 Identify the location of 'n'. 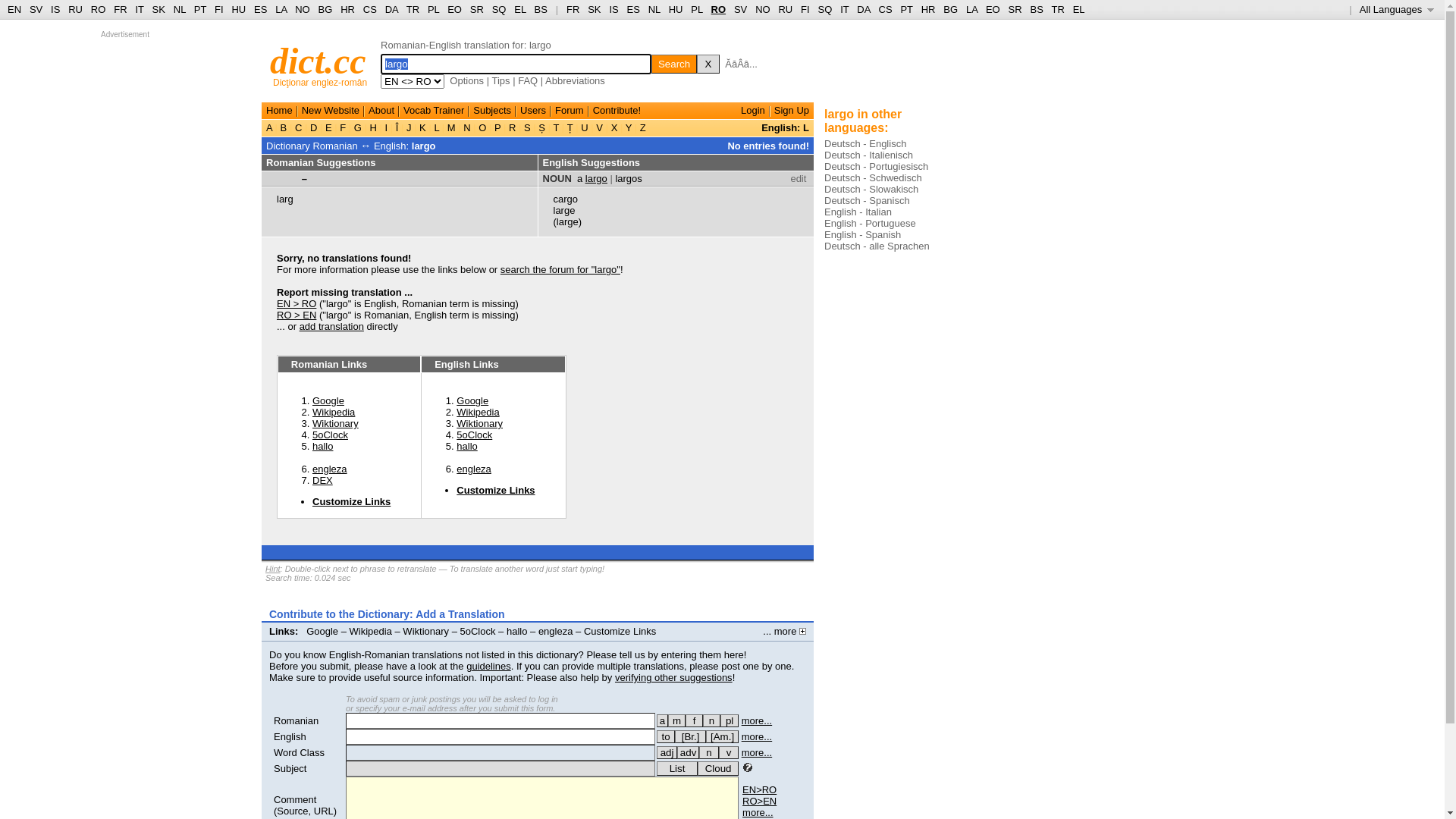
(711, 720).